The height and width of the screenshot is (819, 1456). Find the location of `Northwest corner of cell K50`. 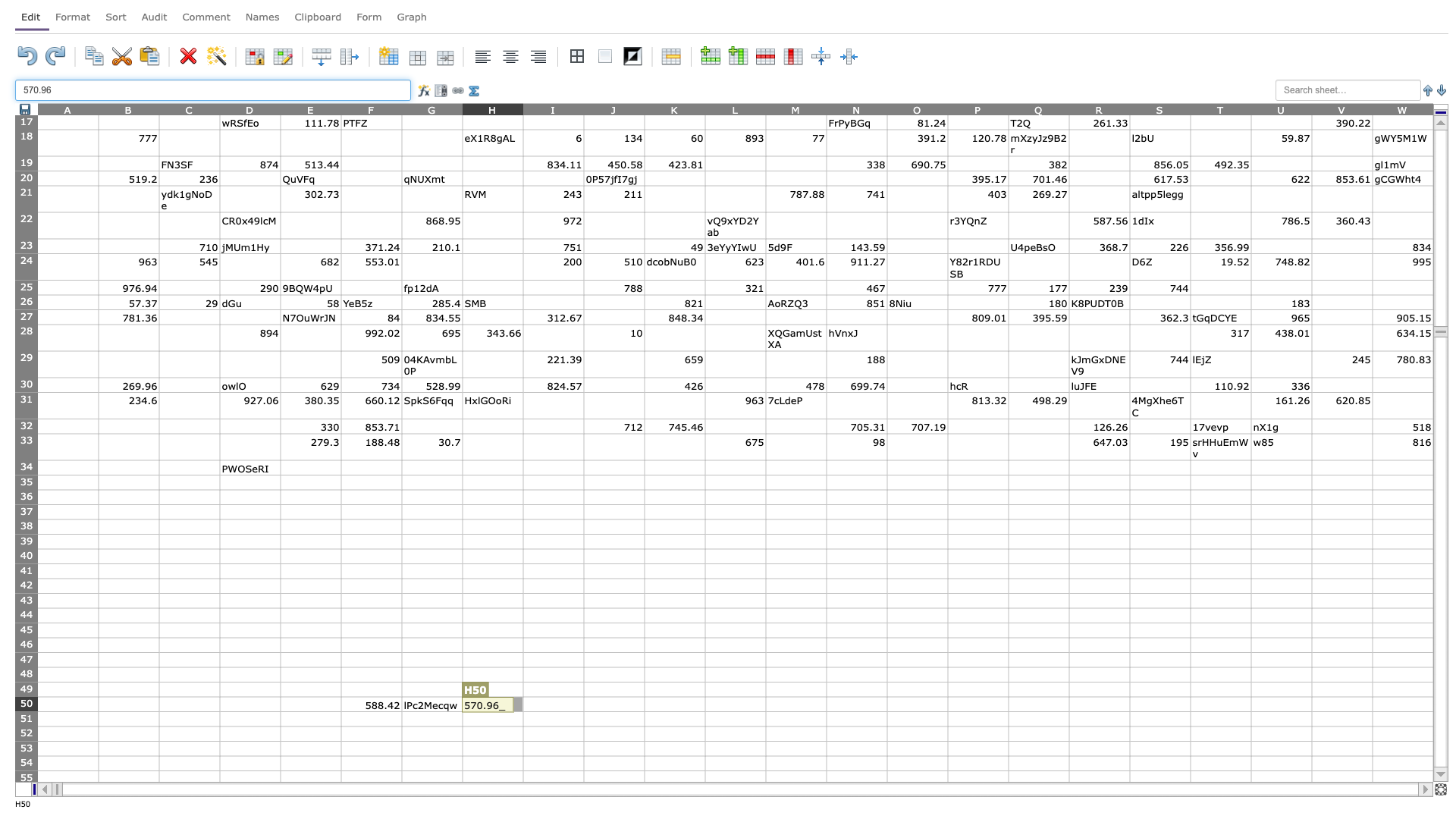

Northwest corner of cell K50 is located at coordinates (644, 696).